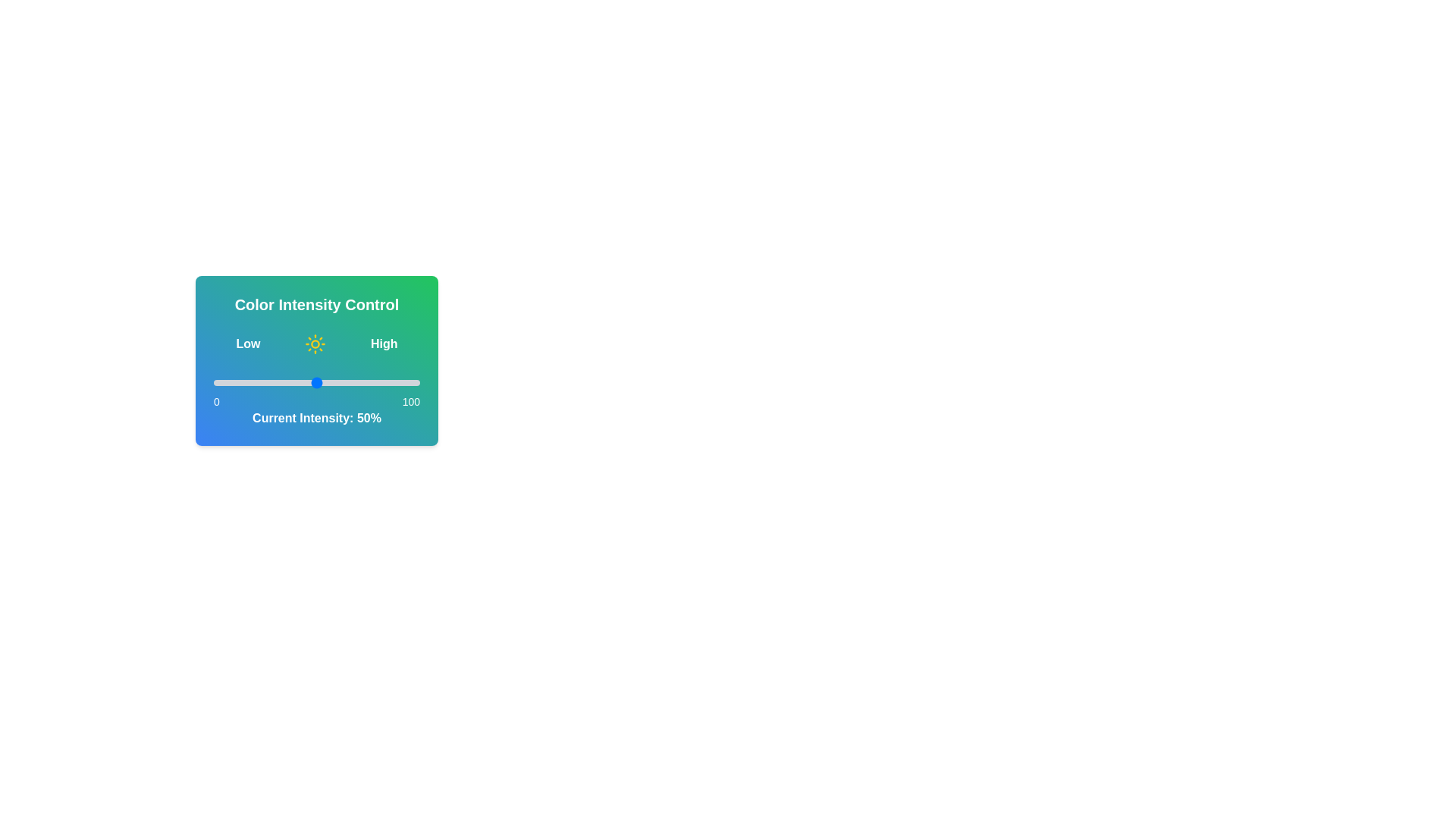 This screenshot has width=1456, height=819. What do you see at coordinates (405, 382) in the screenshot?
I see `the intensity value` at bounding box center [405, 382].